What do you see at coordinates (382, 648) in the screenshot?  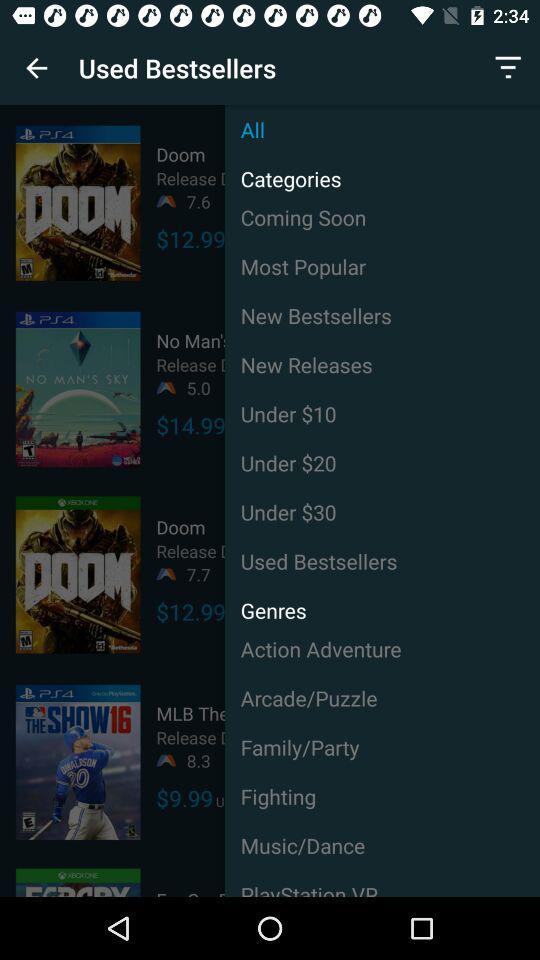 I see `the item below the used item` at bounding box center [382, 648].